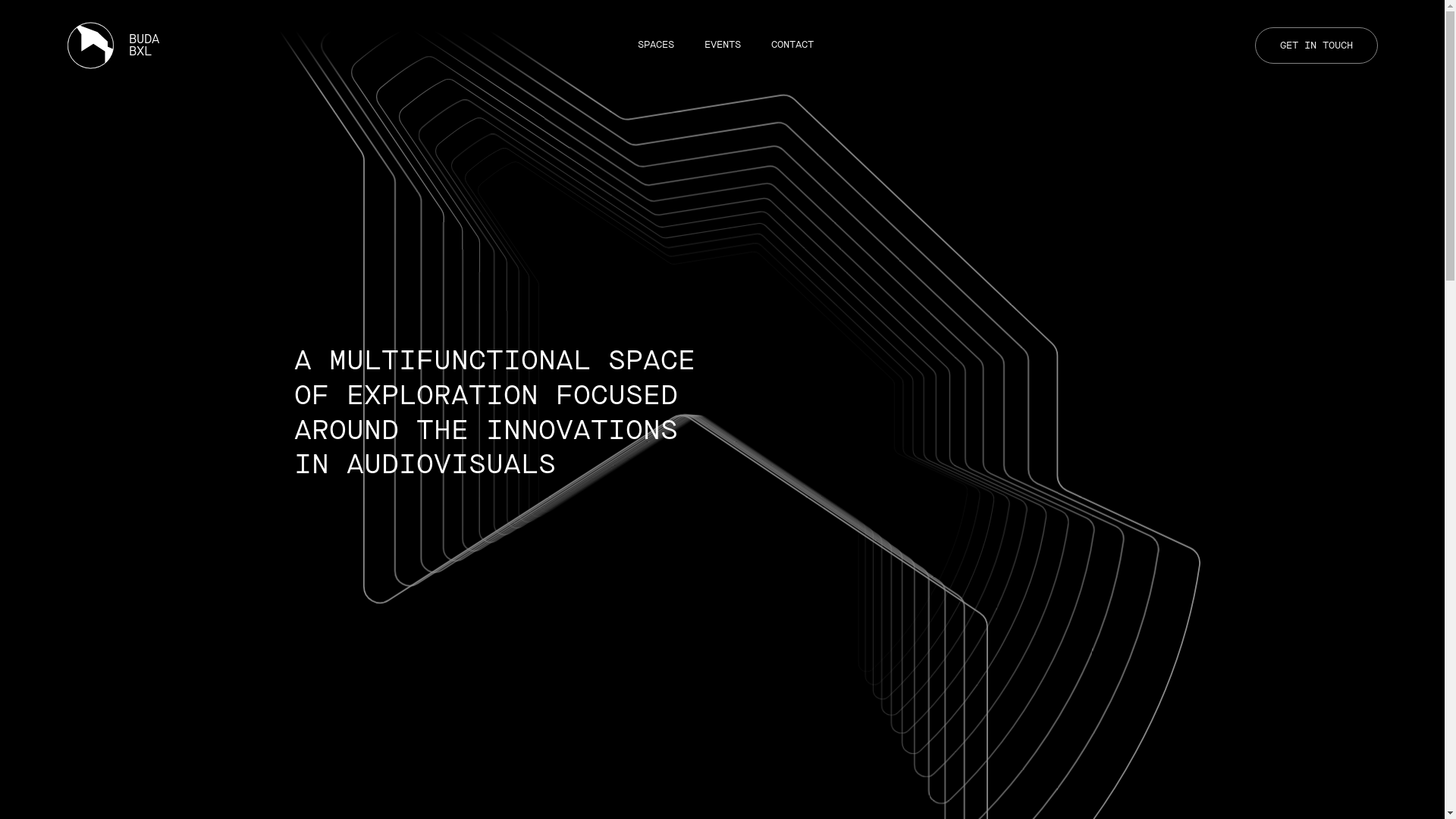 This screenshot has width=1456, height=819. What do you see at coordinates (655, 44) in the screenshot?
I see `'SPACES'` at bounding box center [655, 44].